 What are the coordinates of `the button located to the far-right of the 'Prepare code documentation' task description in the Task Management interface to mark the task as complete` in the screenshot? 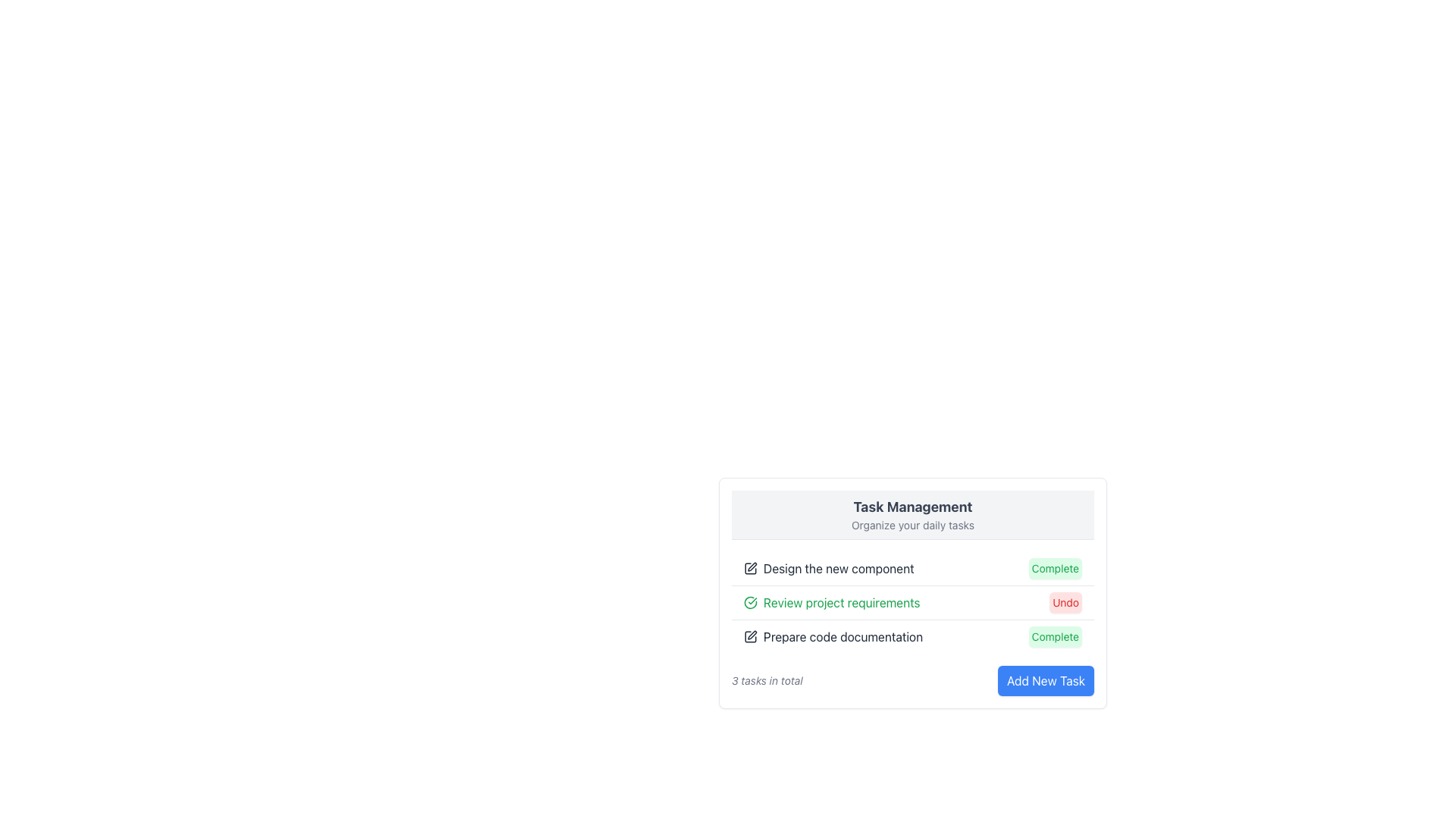 It's located at (1054, 637).